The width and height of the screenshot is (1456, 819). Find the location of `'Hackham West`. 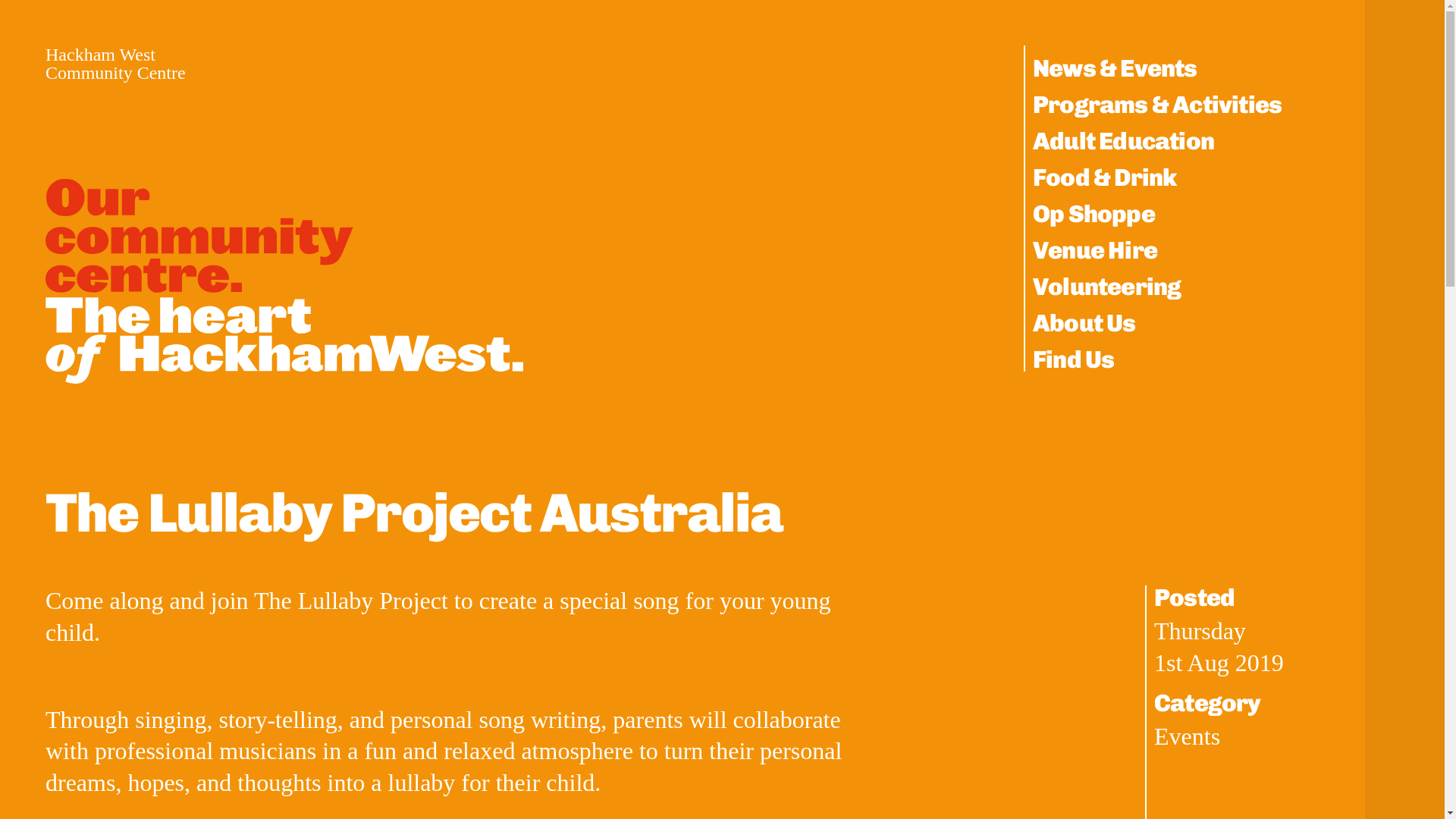

'Hackham West is located at coordinates (115, 63).